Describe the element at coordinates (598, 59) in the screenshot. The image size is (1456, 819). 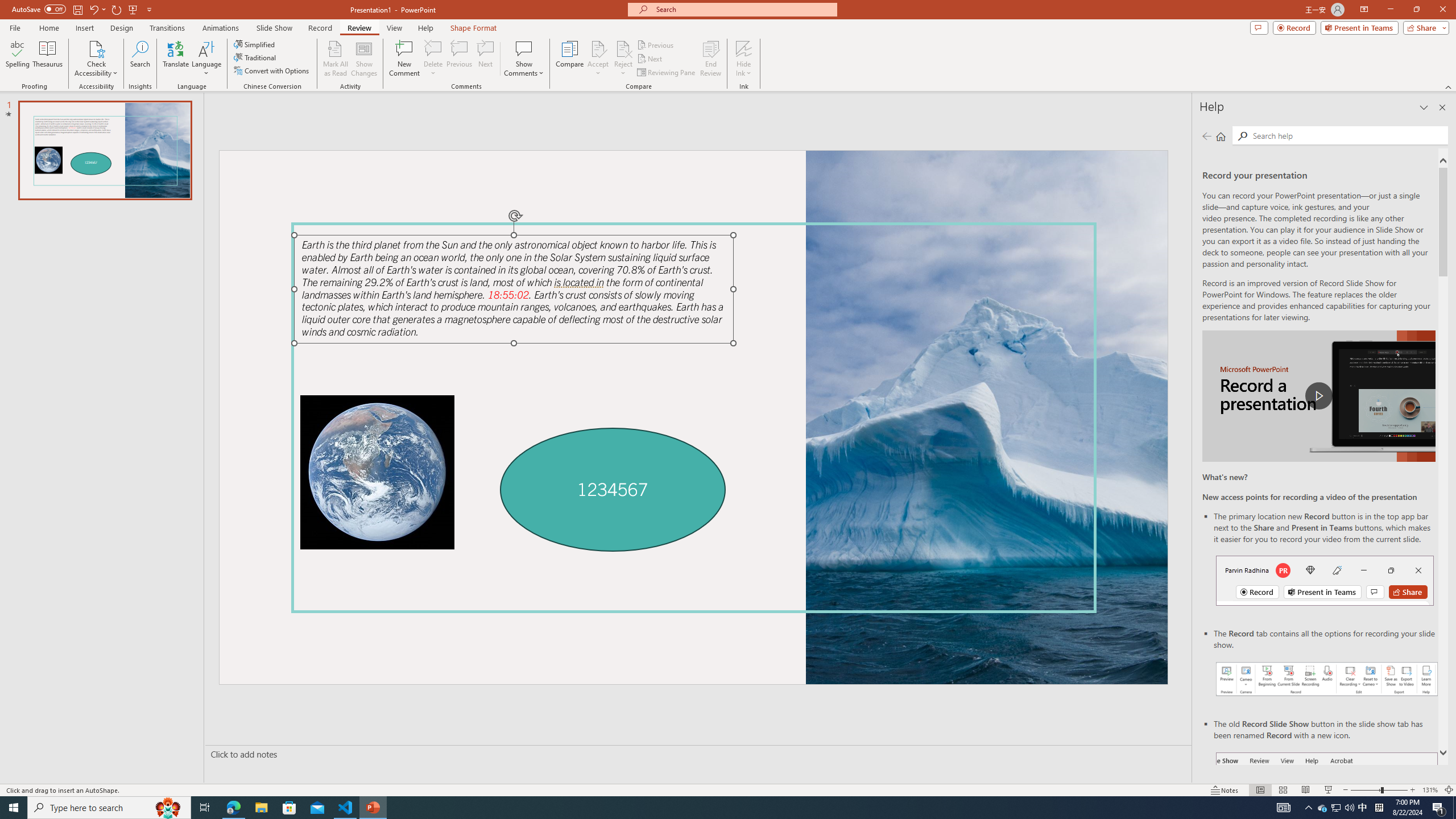
I see `'Accept'` at that location.